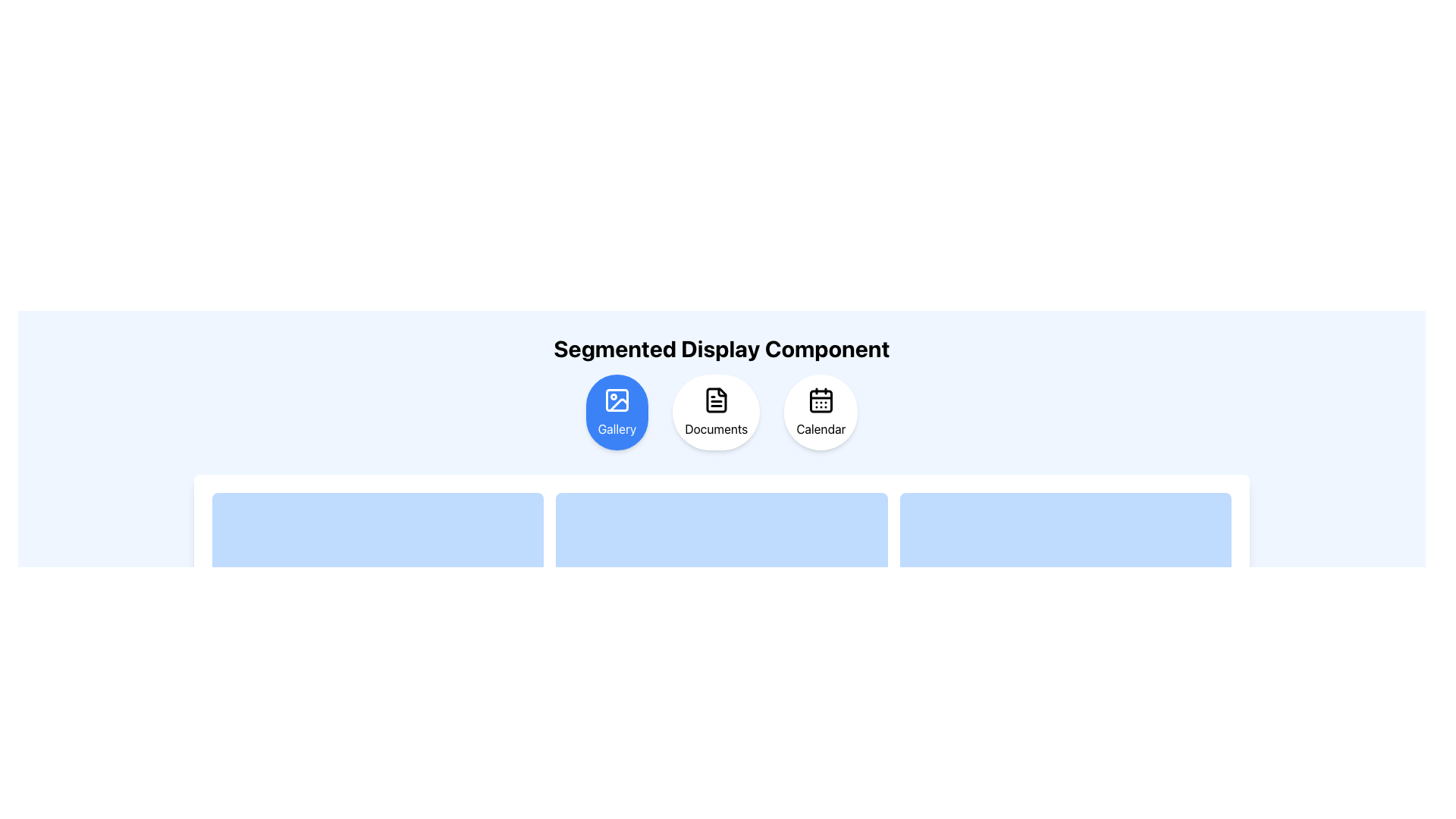  I want to click on the rightmost button in the segmented display, so click(820, 412).